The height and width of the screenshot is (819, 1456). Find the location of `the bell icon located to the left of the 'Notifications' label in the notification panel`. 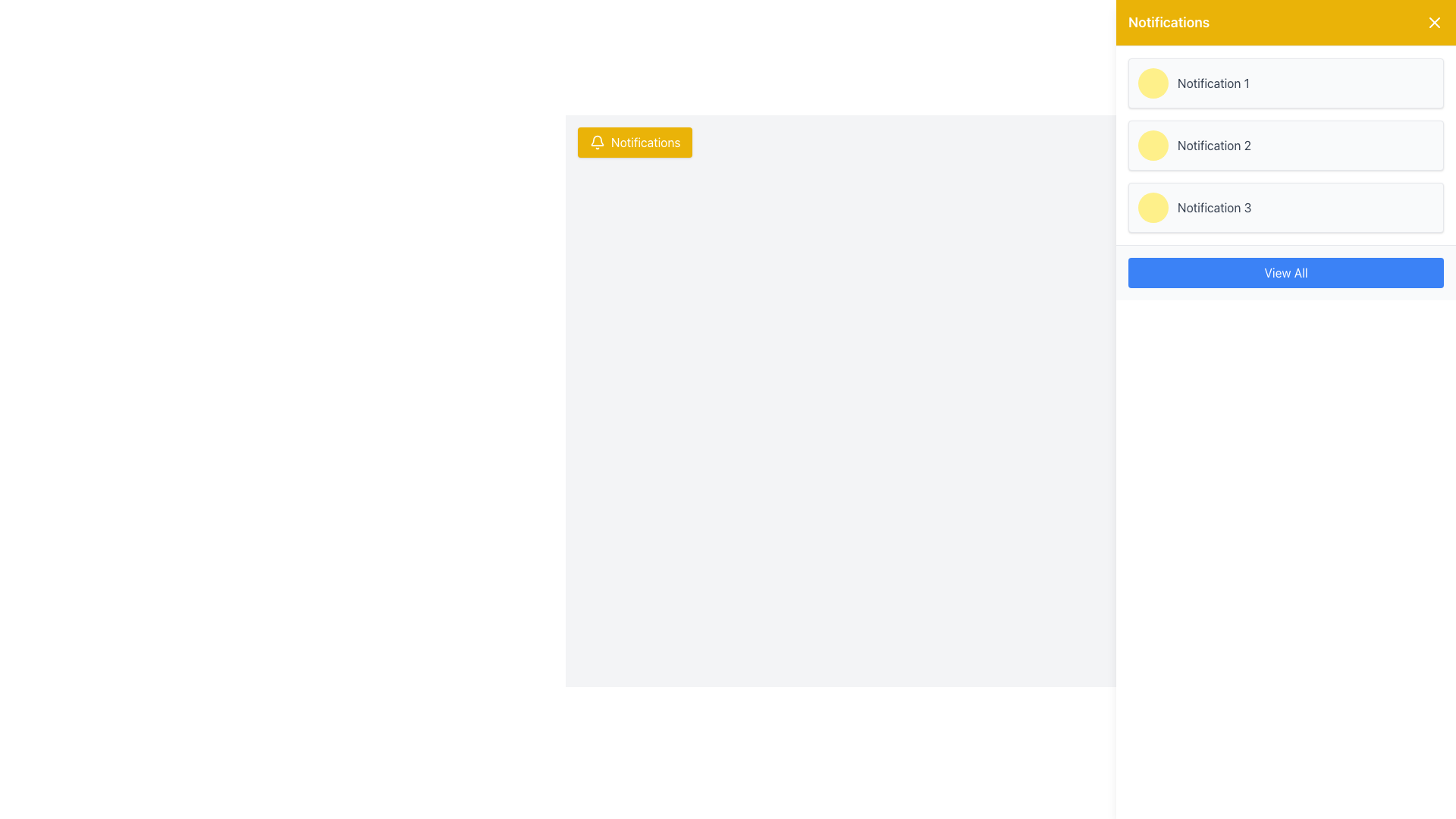

the bell icon located to the left of the 'Notifications' label in the notification panel is located at coordinates (596, 140).